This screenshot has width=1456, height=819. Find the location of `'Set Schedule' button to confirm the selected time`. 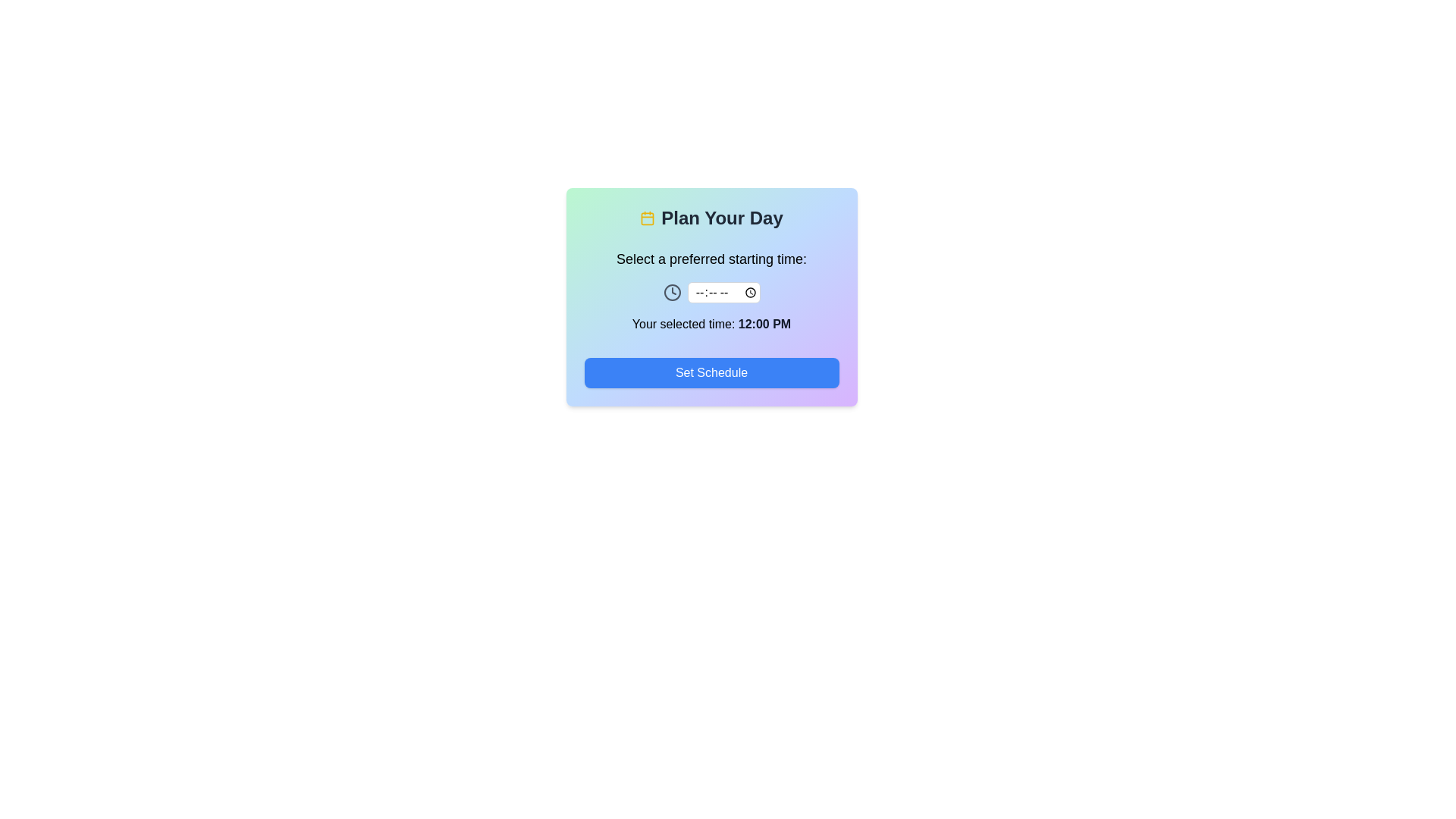

'Set Schedule' button to confirm the selected time is located at coordinates (711, 373).